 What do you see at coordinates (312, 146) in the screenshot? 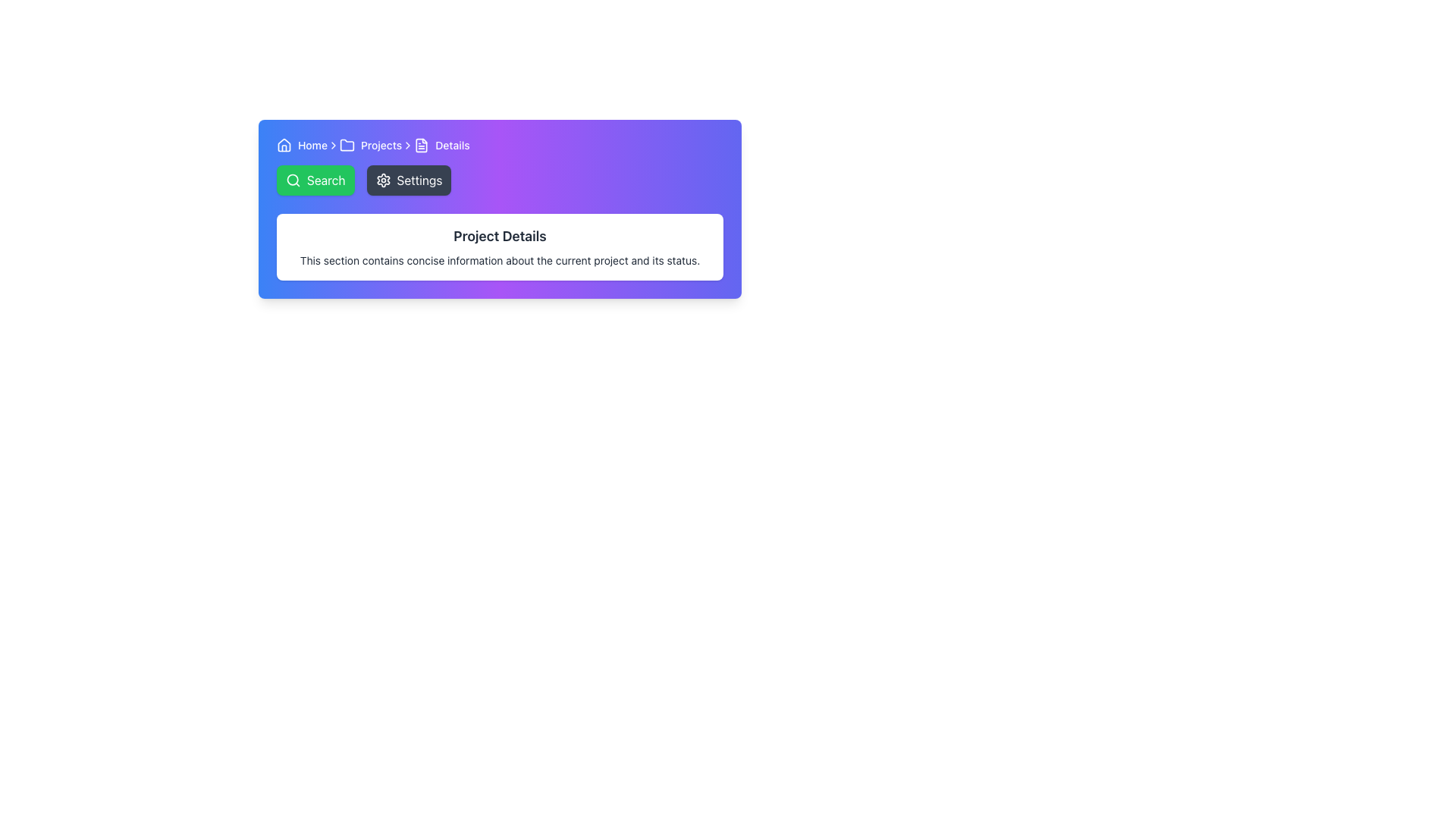
I see `the 'Home' text label in the navigation bar, which is displayed in white on a blue background and is located at the top of the interface` at bounding box center [312, 146].